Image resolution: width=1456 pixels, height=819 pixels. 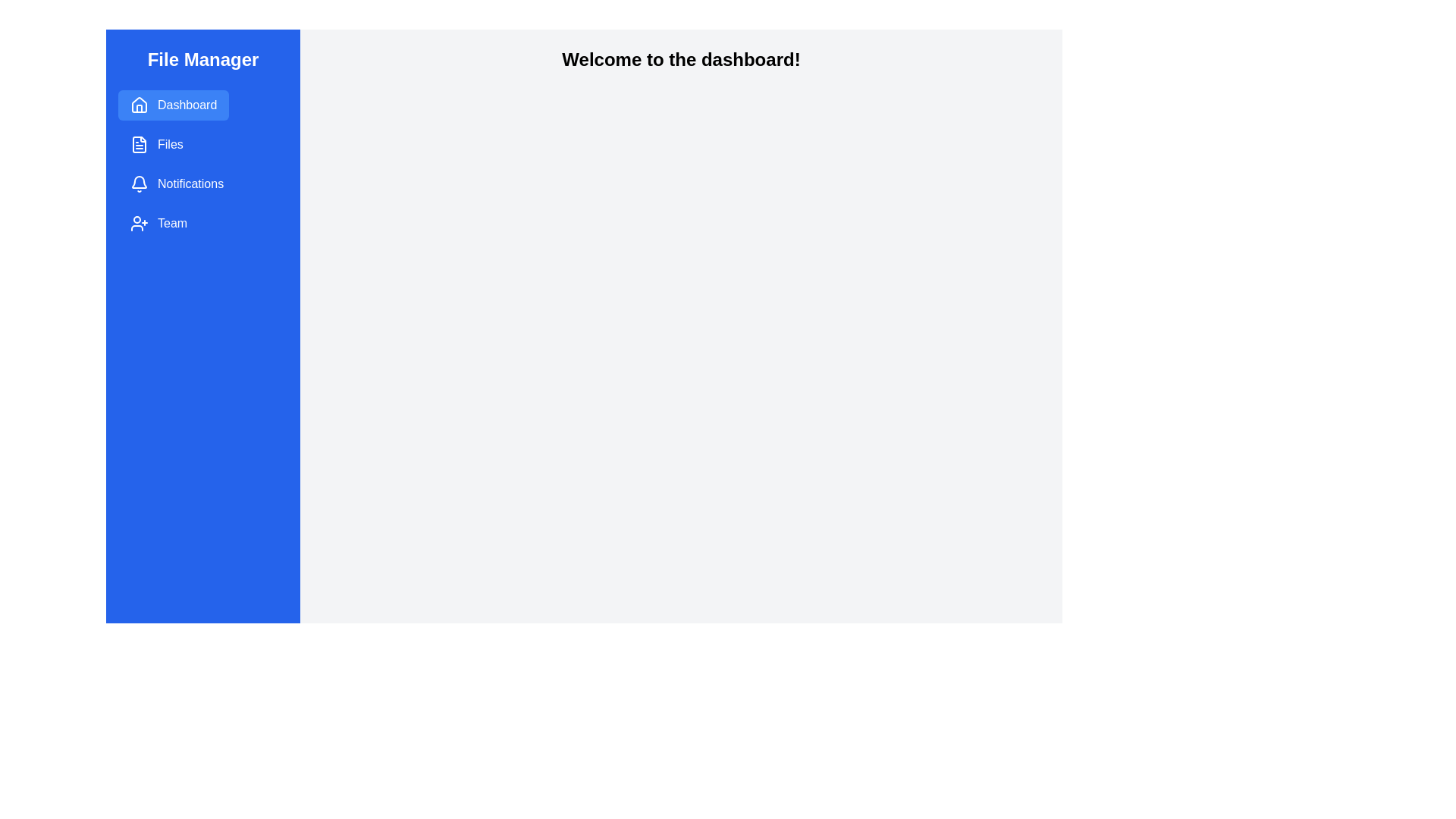 I want to click on the 'Dashboard' icon located in the left sidebar of the blue navigation menu, which is the first icon in the list before the 'Dashboard' text, so click(x=139, y=104).